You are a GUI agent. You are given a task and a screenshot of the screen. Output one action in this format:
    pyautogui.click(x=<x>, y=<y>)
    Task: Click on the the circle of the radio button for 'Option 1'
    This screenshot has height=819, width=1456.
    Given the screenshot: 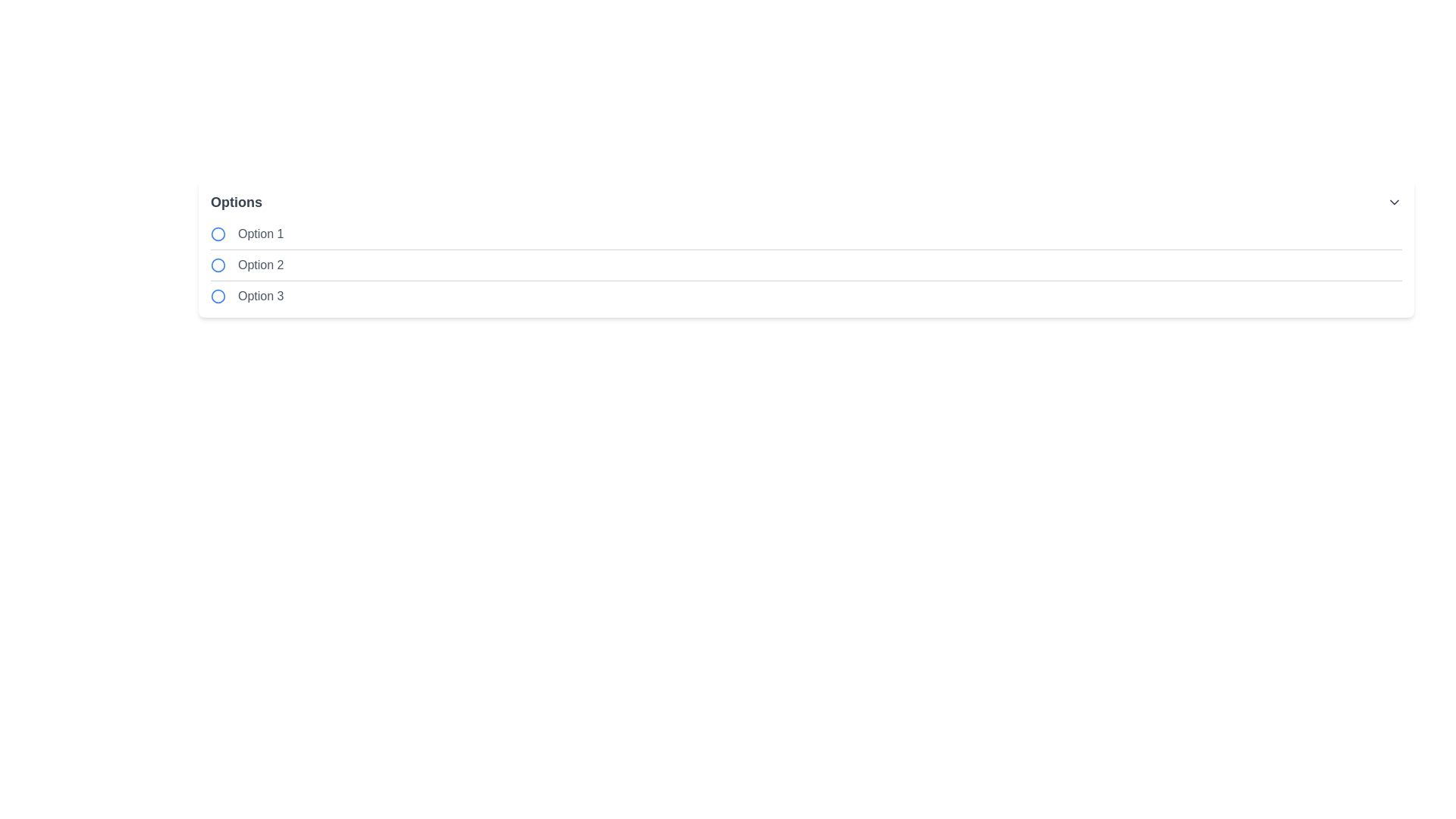 What is the action you would take?
    pyautogui.click(x=218, y=234)
    